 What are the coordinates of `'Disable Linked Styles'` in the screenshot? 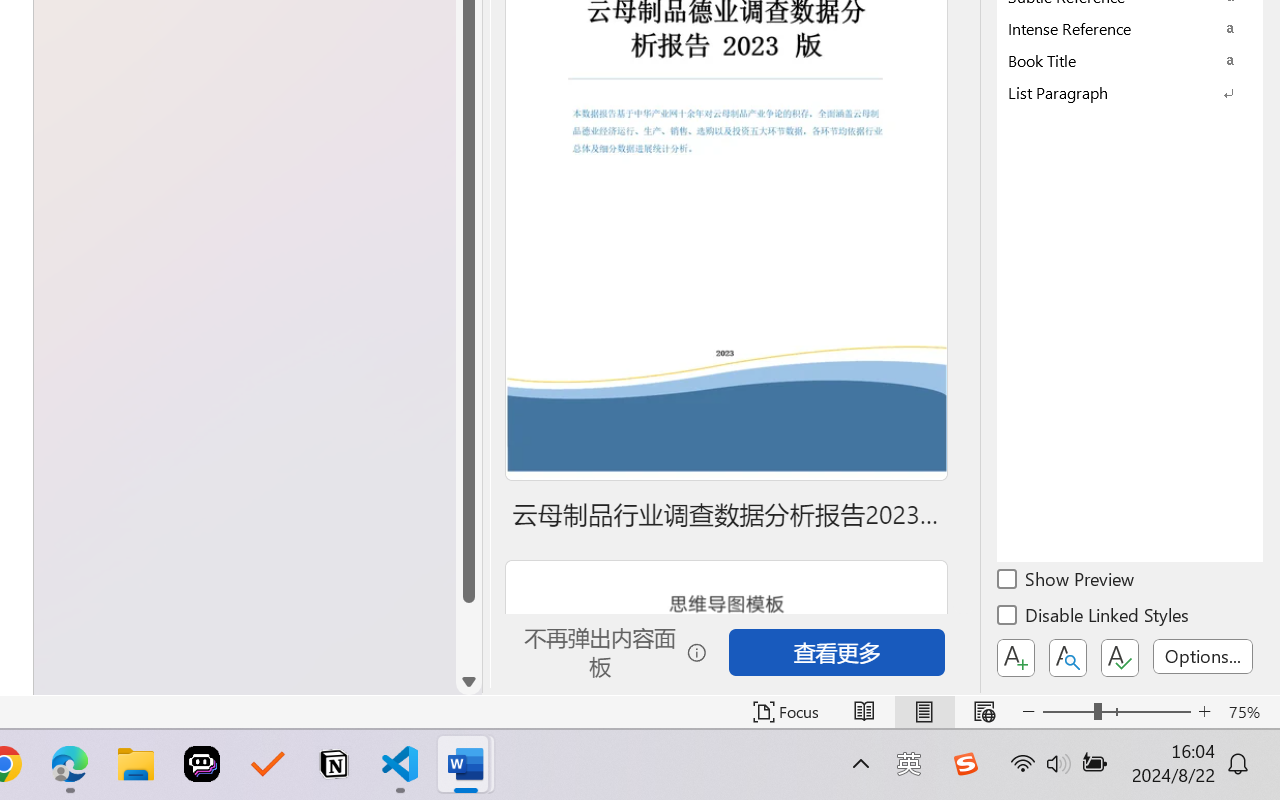 It's located at (1094, 618).